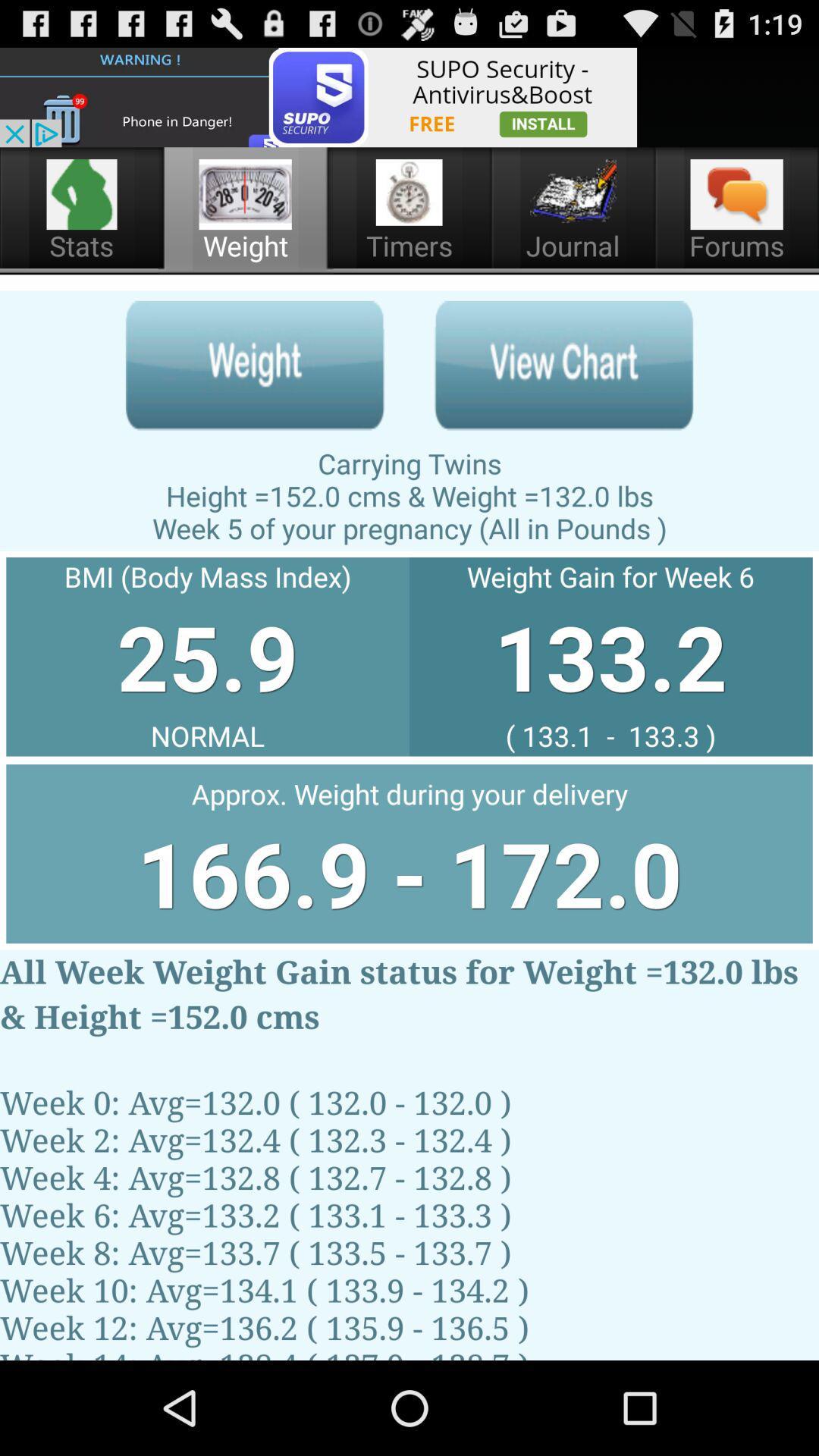  What do you see at coordinates (563, 366) in the screenshot?
I see `chart` at bounding box center [563, 366].